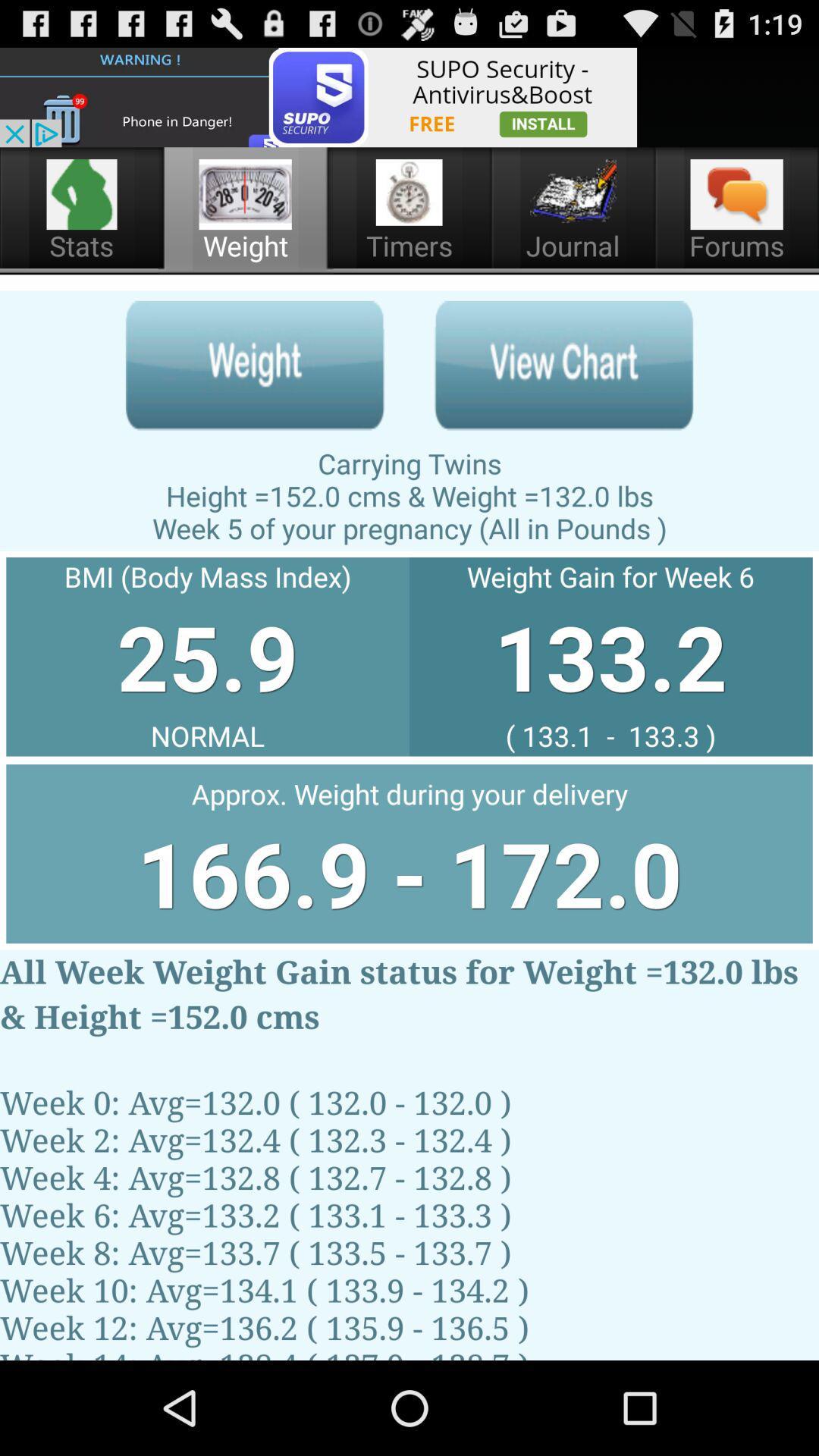  What do you see at coordinates (563, 366) in the screenshot?
I see `chart` at bounding box center [563, 366].